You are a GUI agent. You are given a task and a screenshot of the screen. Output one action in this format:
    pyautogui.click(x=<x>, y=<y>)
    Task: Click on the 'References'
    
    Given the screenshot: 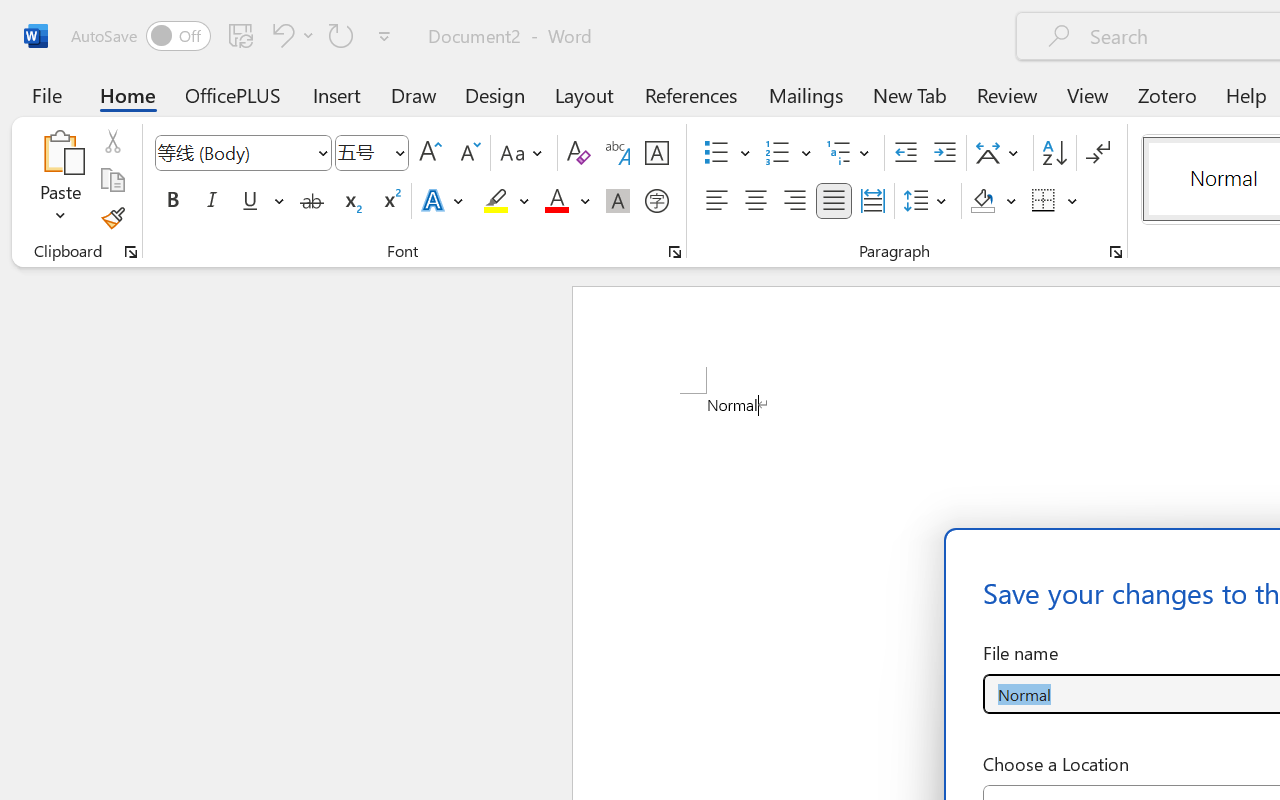 What is the action you would take?
    pyautogui.click(x=691, y=94)
    